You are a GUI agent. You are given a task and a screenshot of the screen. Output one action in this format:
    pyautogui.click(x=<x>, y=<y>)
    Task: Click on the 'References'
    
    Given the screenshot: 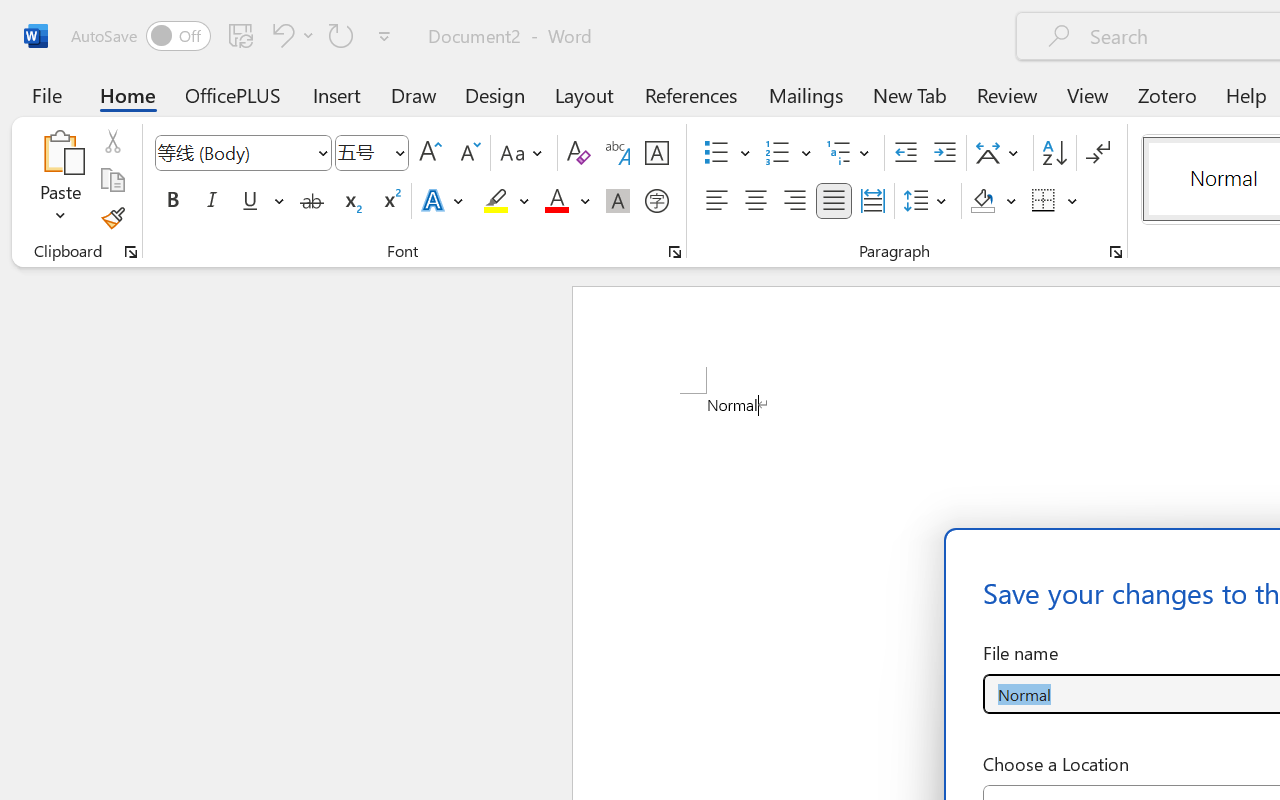 What is the action you would take?
    pyautogui.click(x=691, y=94)
    